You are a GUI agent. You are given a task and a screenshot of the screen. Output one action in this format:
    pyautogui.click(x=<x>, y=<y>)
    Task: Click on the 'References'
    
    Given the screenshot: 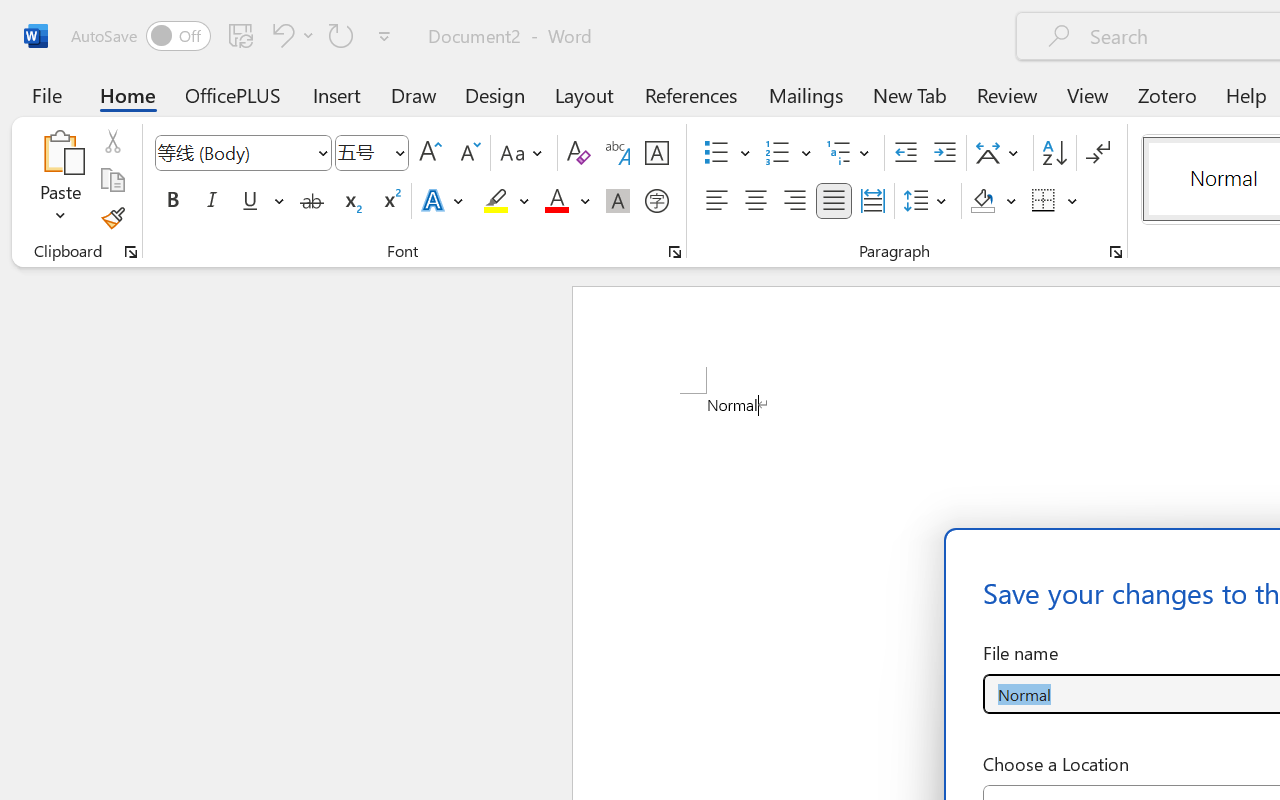 What is the action you would take?
    pyautogui.click(x=691, y=94)
    